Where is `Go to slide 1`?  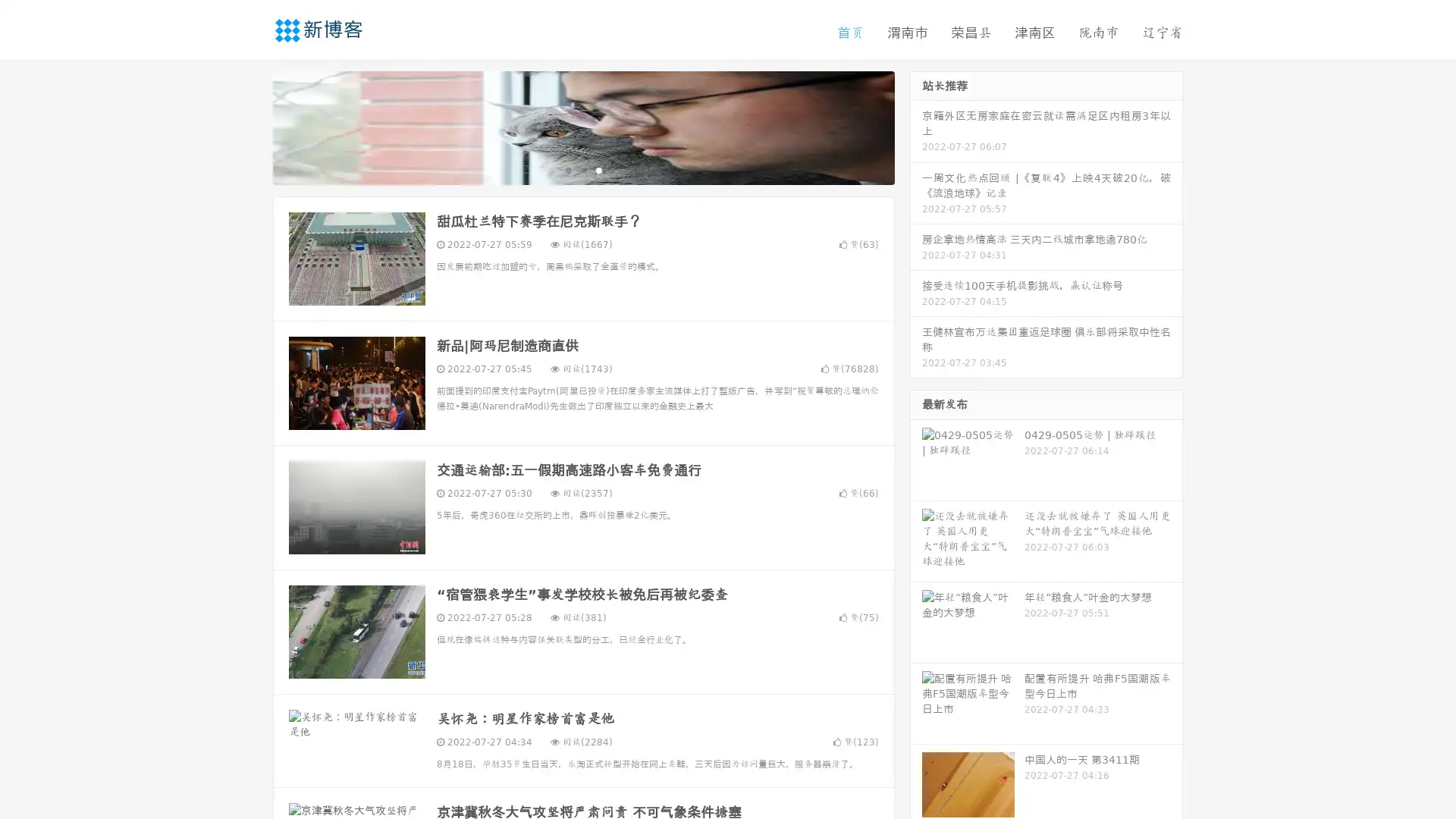 Go to slide 1 is located at coordinates (567, 171).